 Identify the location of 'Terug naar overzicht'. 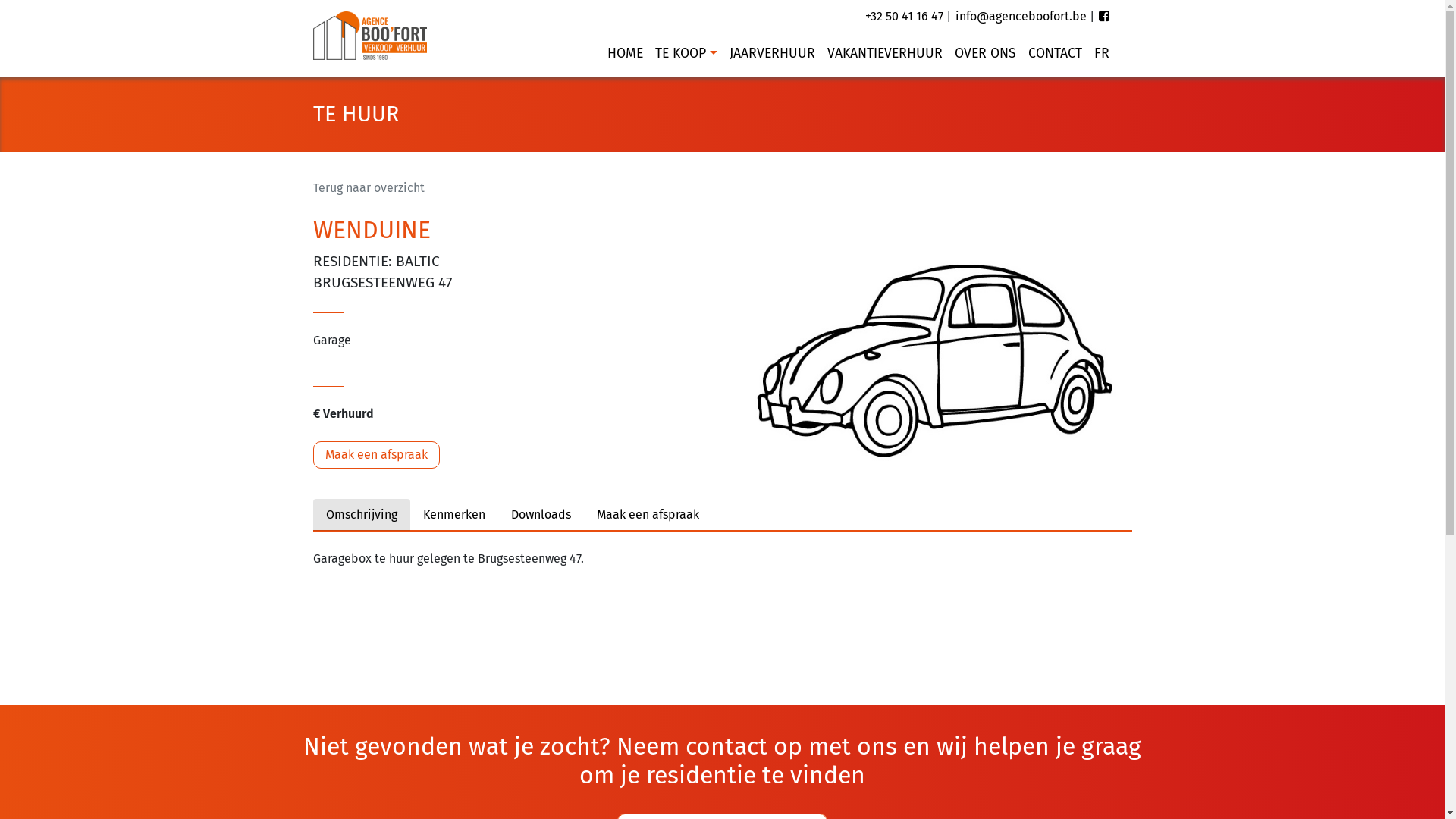
(368, 187).